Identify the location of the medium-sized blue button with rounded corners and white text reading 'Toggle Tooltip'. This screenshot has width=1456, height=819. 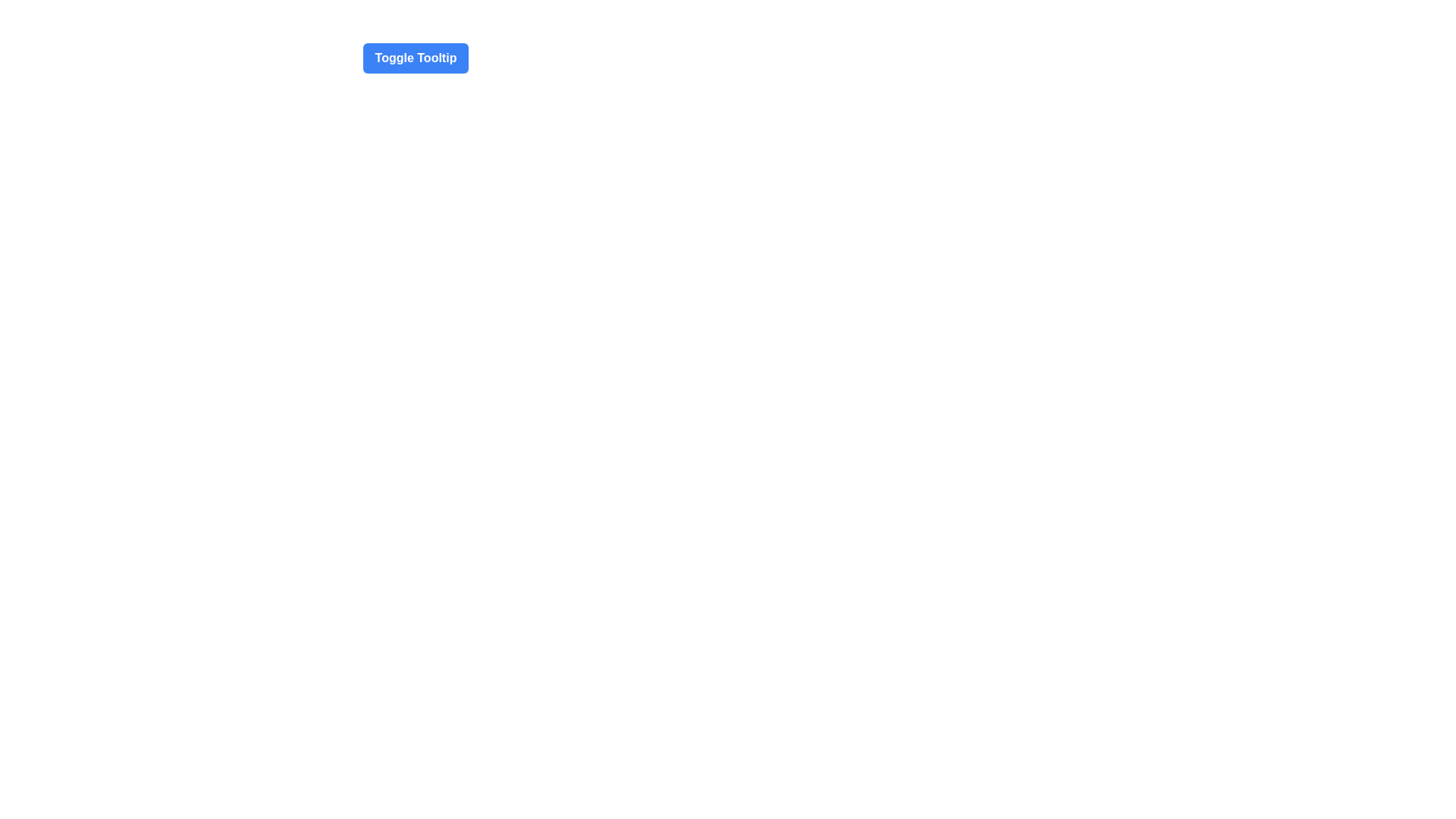
(416, 58).